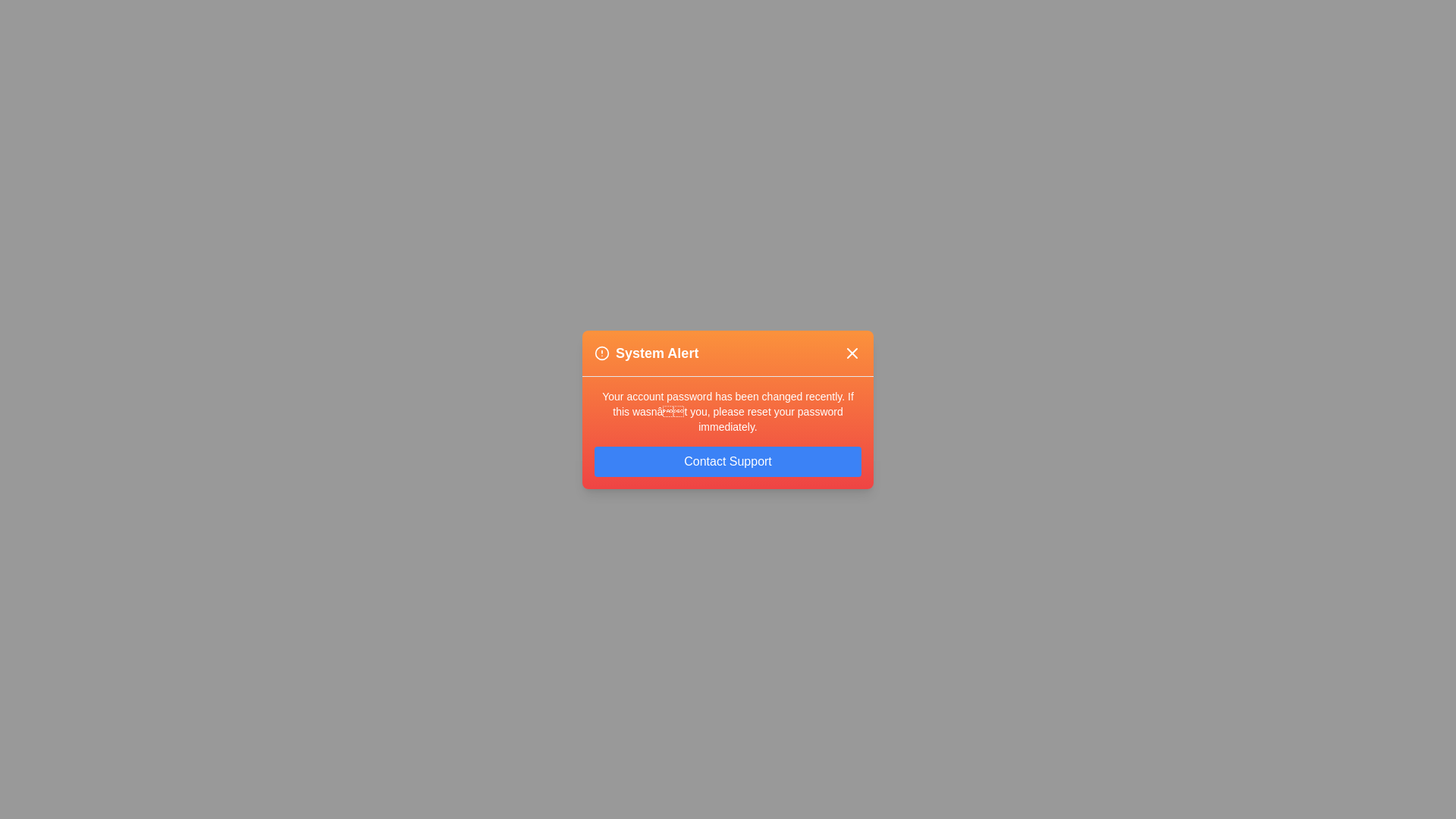  What do you see at coordinates (852, 353) in the screenshot?
I see `the close button to close the alert dialog` at bounding box center [852, 353].